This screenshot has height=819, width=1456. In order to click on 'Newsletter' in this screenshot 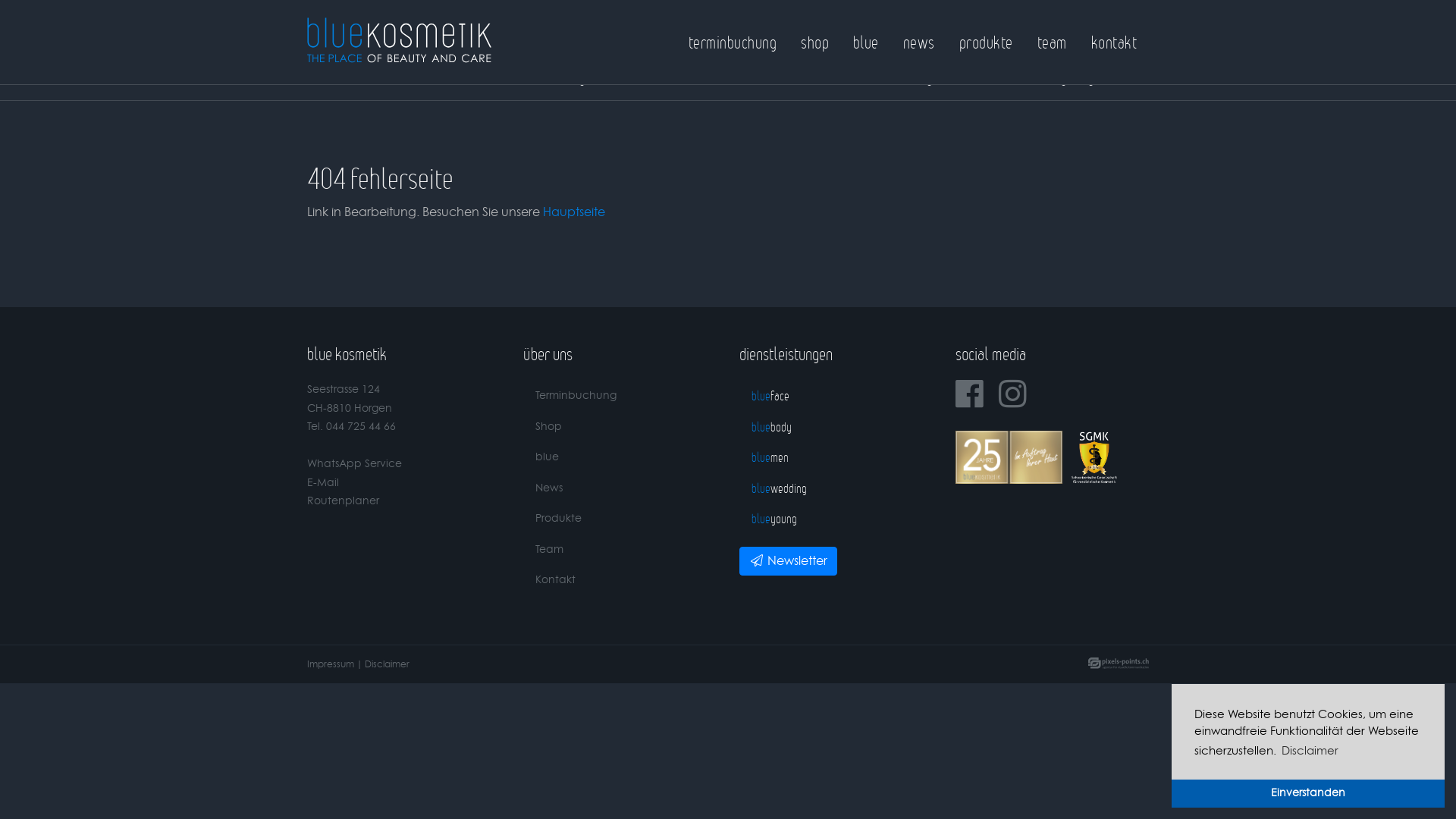, I will do `click(788, 561)`.